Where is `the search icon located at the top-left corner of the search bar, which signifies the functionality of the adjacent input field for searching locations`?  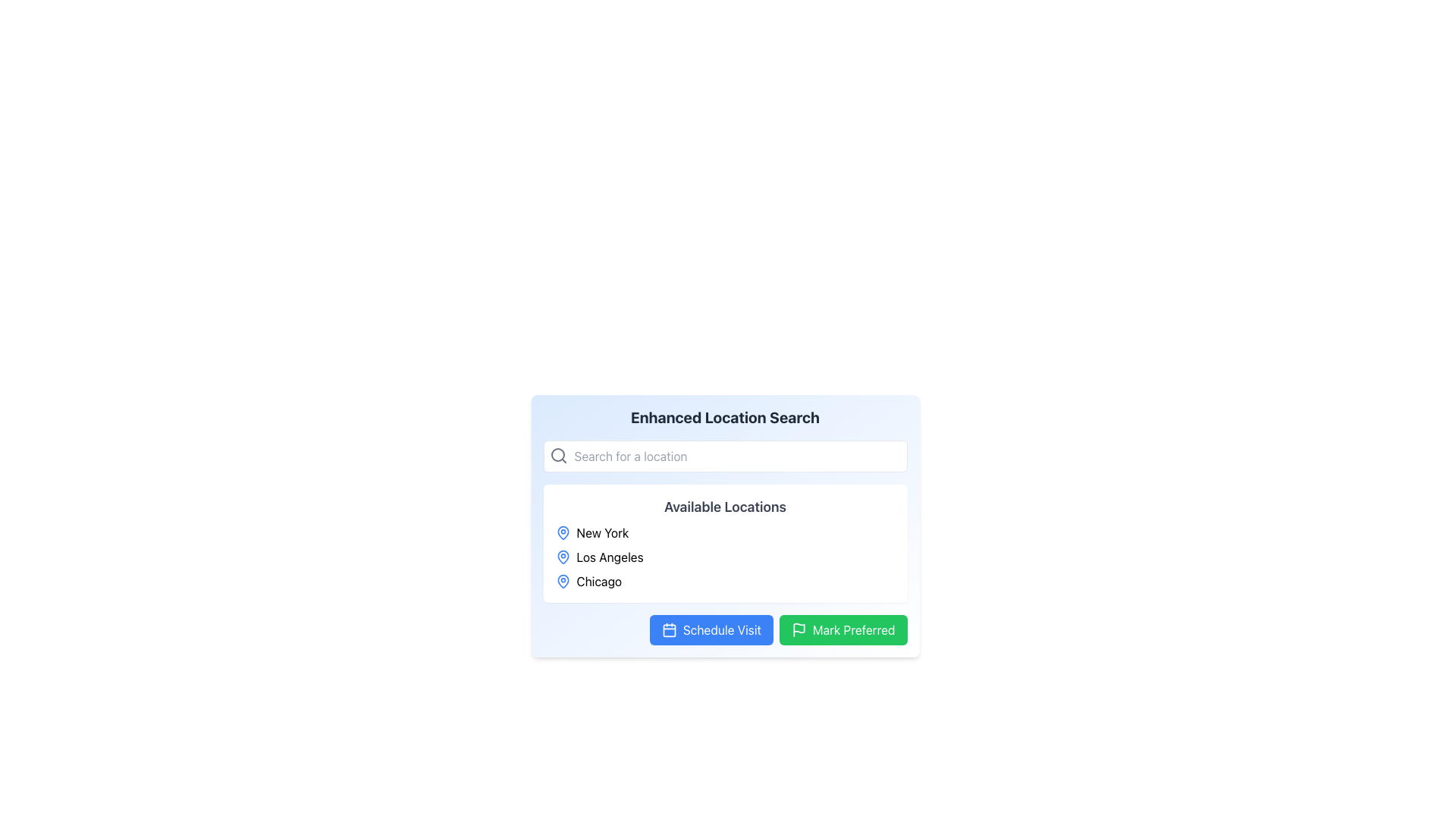 the search icon located at the top-left corner of the search bar, which signifies the functionality of the adjacent input field for searching locations is located at coordinates (557, 455).